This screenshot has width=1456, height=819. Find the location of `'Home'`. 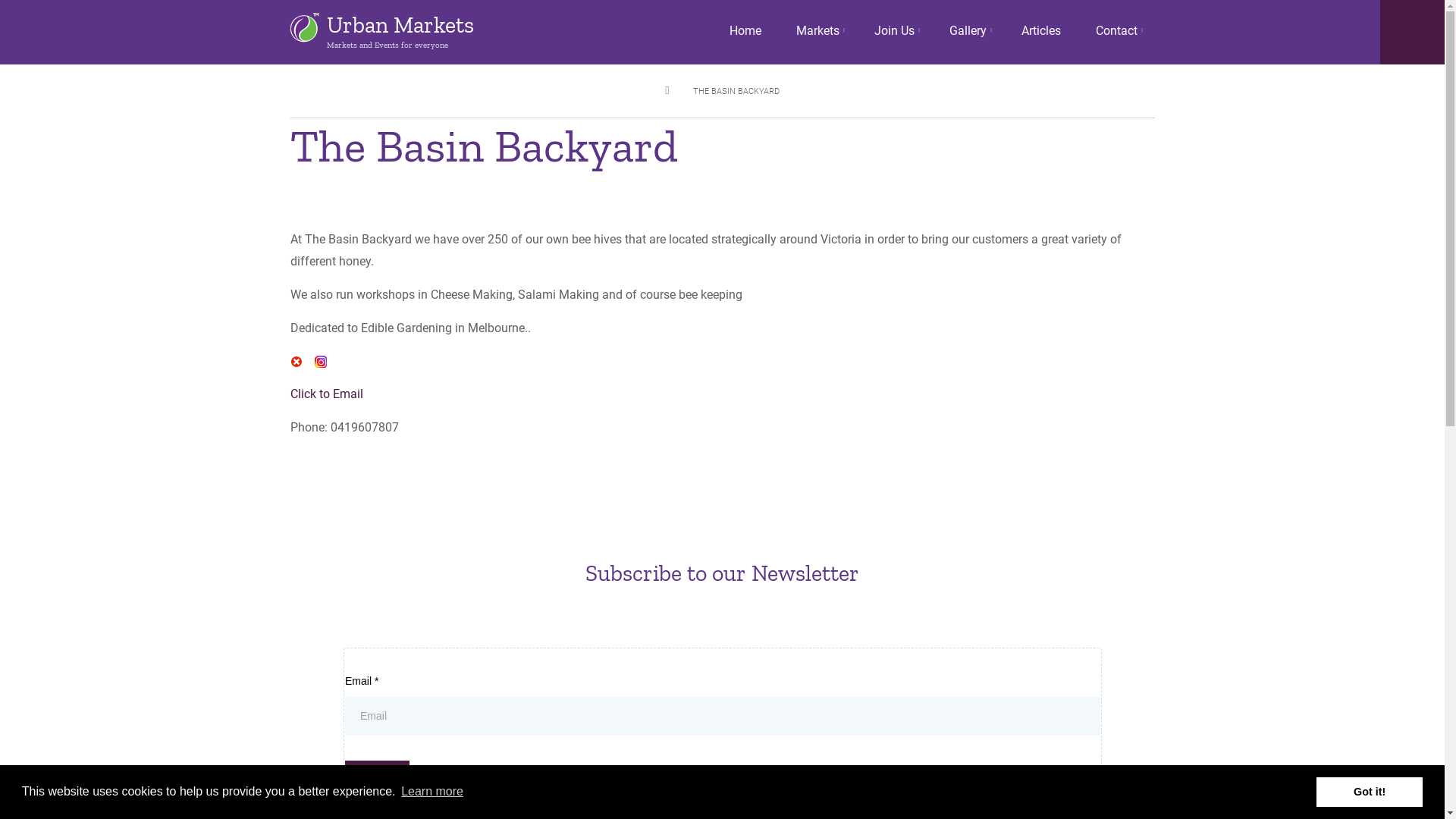

'Home' is located at coordinates (745, 31).